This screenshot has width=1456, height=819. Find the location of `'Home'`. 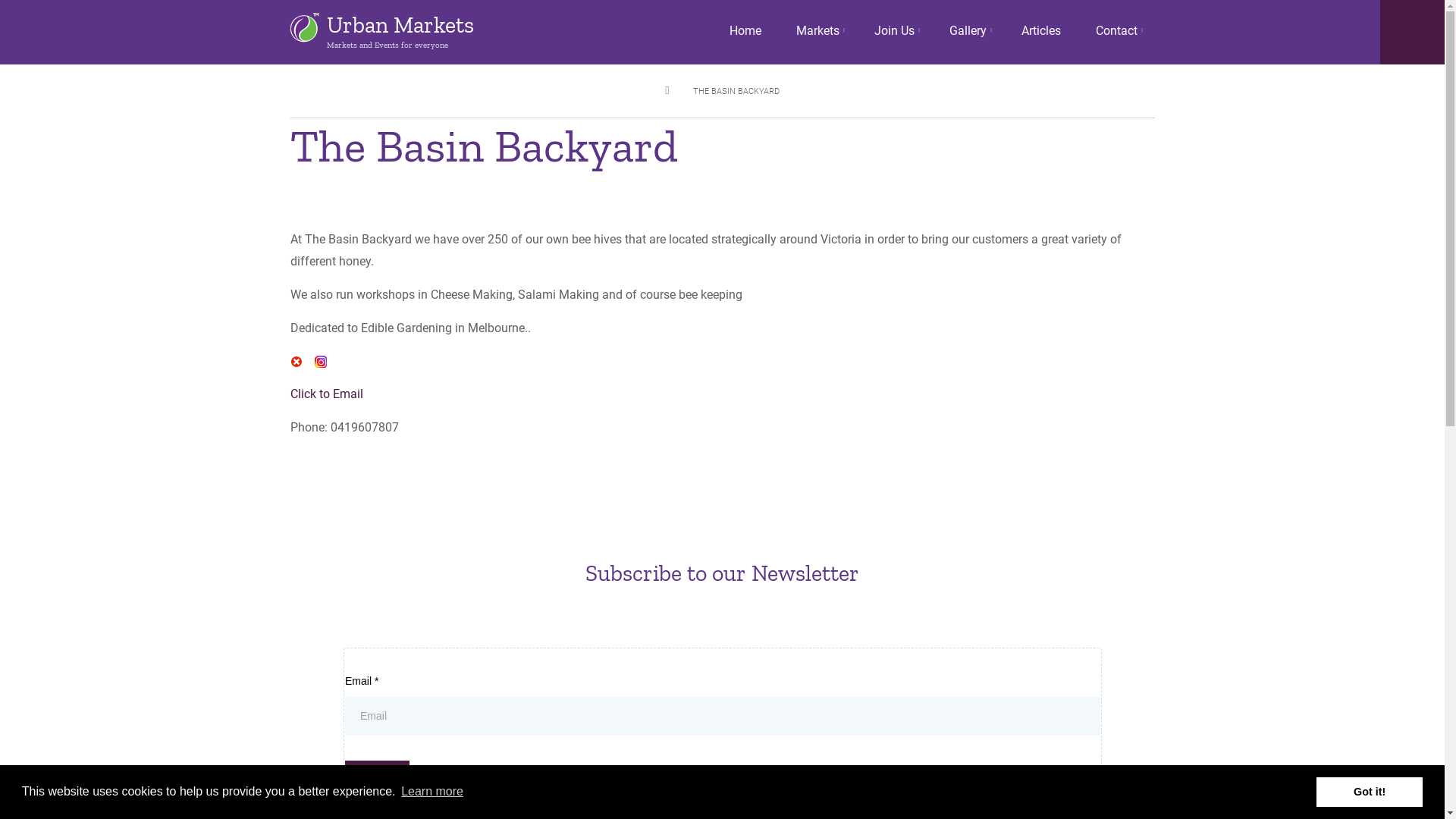

'Home' is located at coordinates (745, 31).